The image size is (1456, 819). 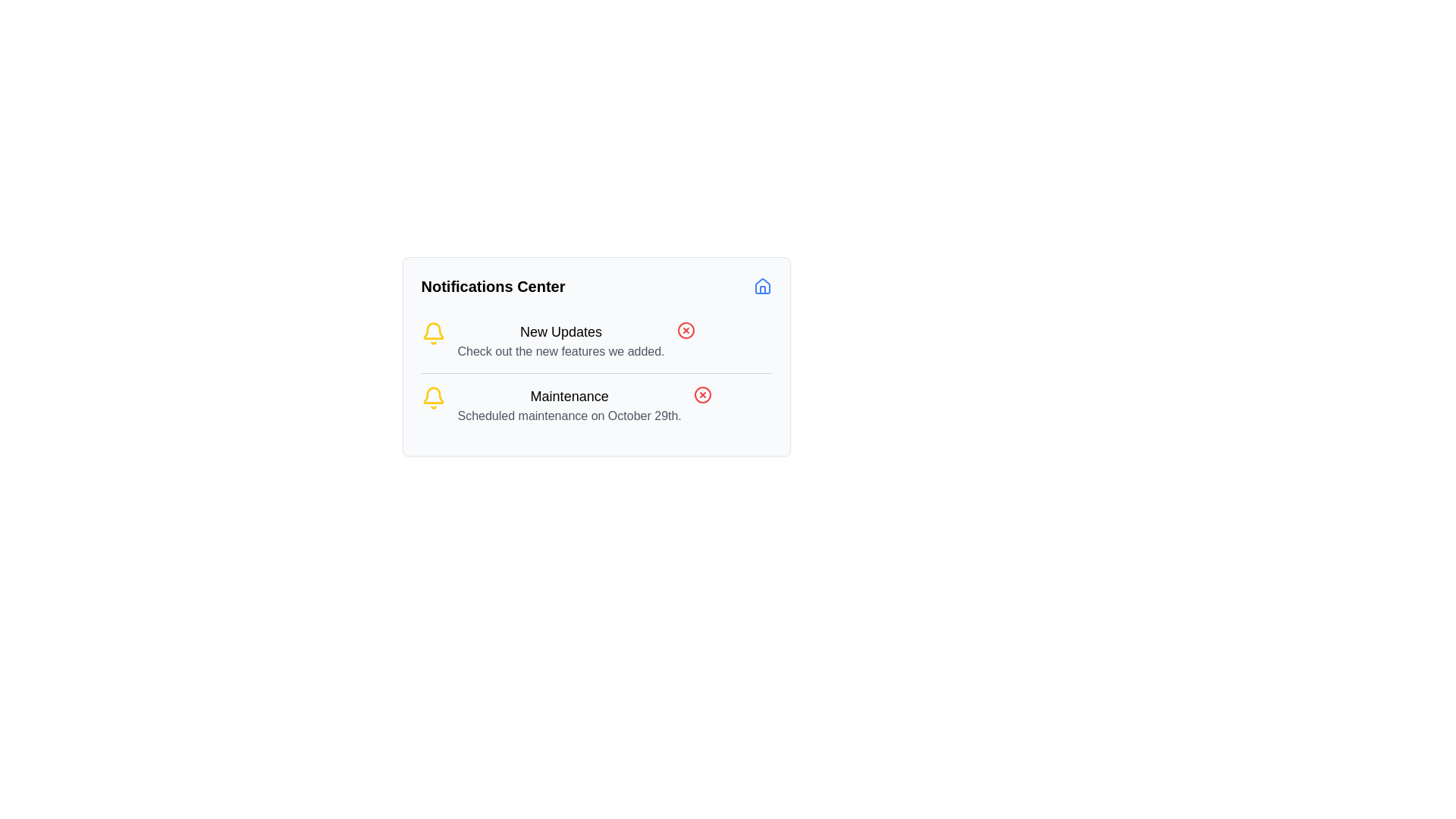 What do you see at coordinates (569, 416) in the screenshot?
I see `the informational text label about the scheduled maintenance event located under the 'Maintenance' notification in the 'Notifications Center'` at bounding box center [569, 416].